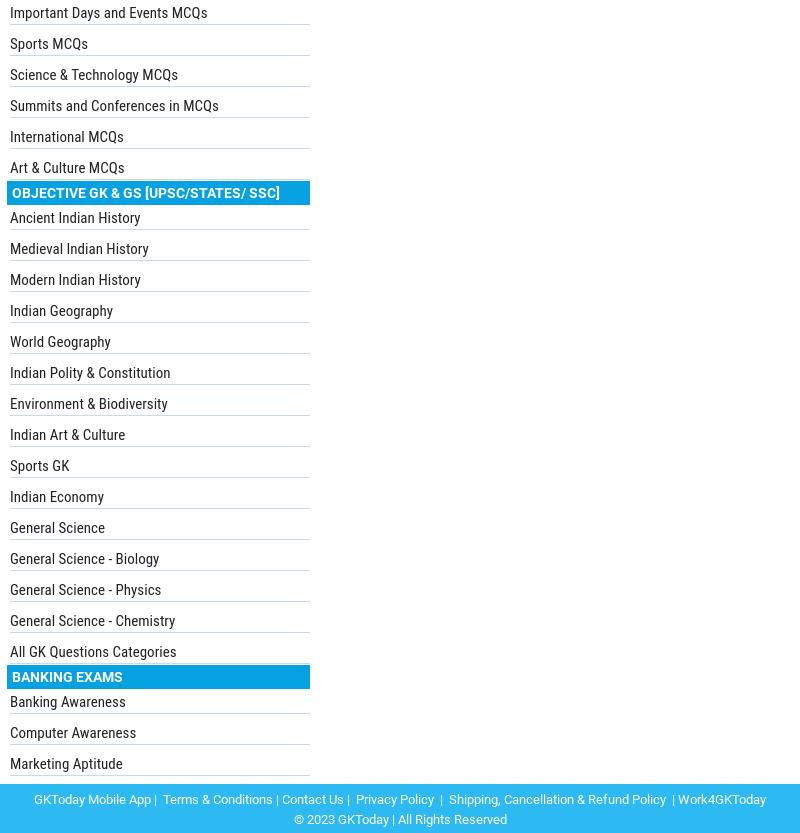 The width and height of the screenshot is (800, 833). Describe the element at coordinates (67, 675) in the screenshot. I see `'Banking Exams'` at that location.